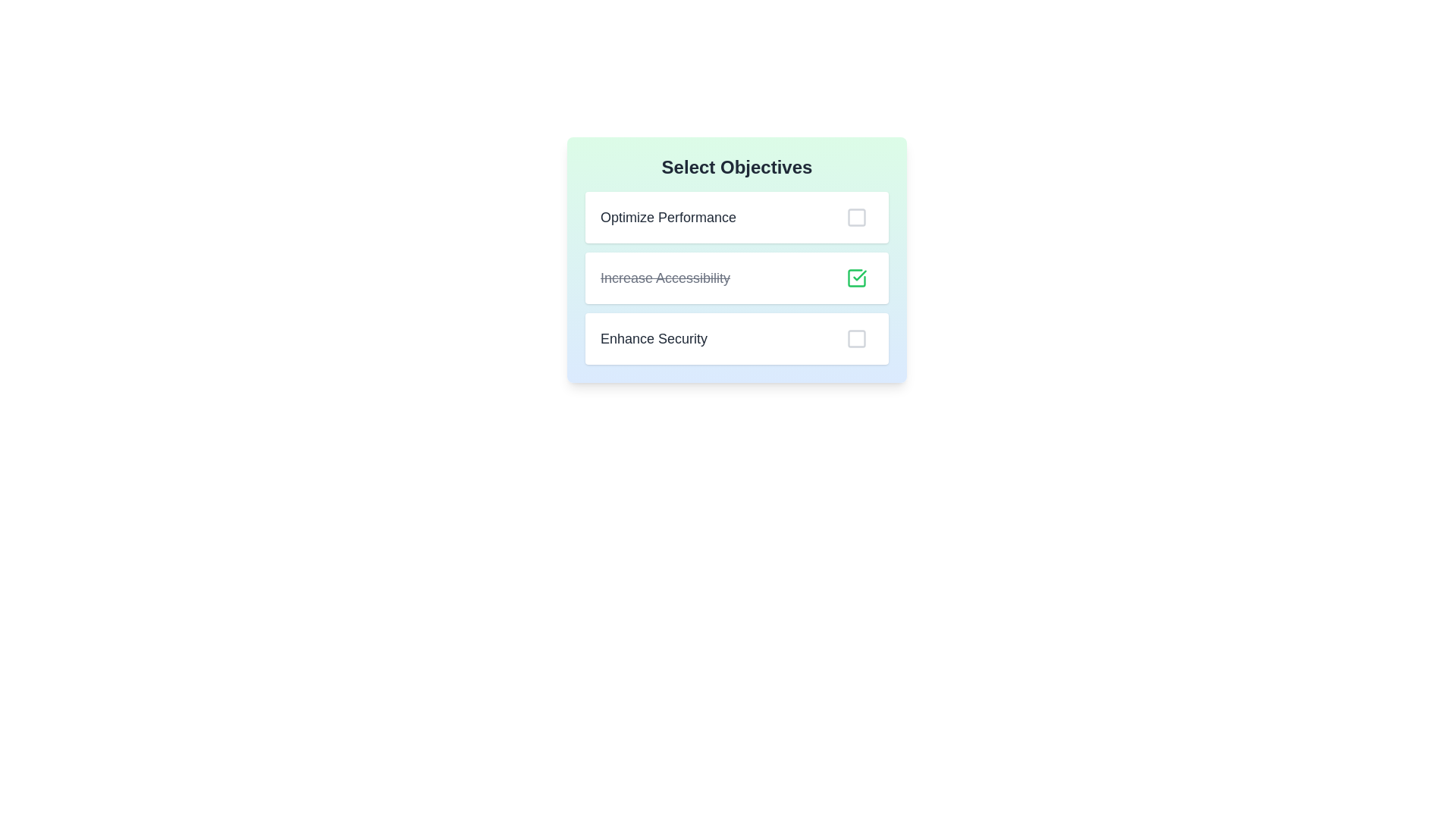 The image size is (1456, 819). Describe the element at coordinates (856, 338) in the screenshot. I see `the inner square icon with rounded corners that is located on the right side of the 'Enhance Security' option` at that location.